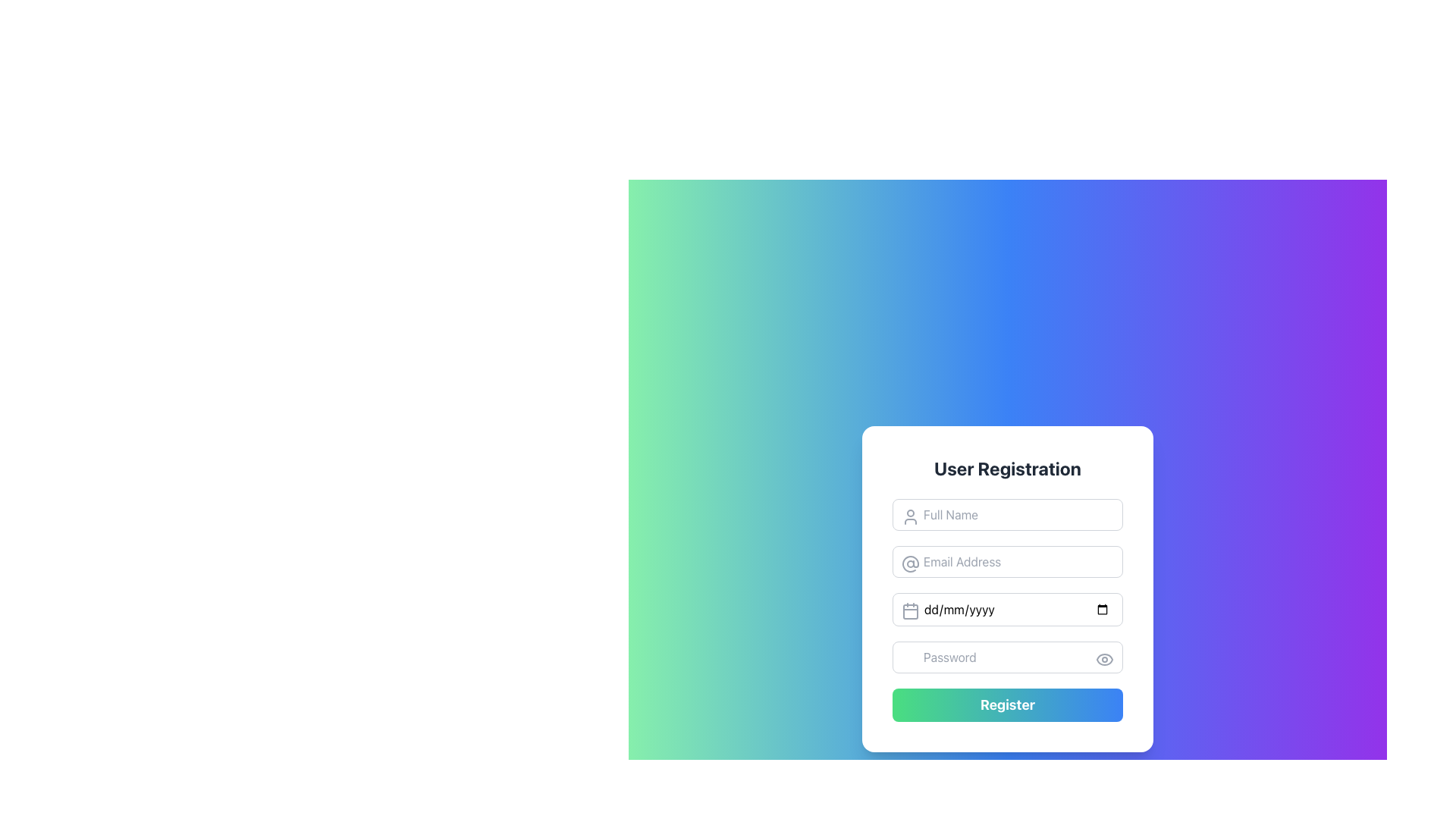 Image resolution: width=1456 pixels, height=819 pixels. Describe the element at coordinates (1008, 704) in the screenshot. I see `the submission button located at the bottom center of the user registration form` at that location.